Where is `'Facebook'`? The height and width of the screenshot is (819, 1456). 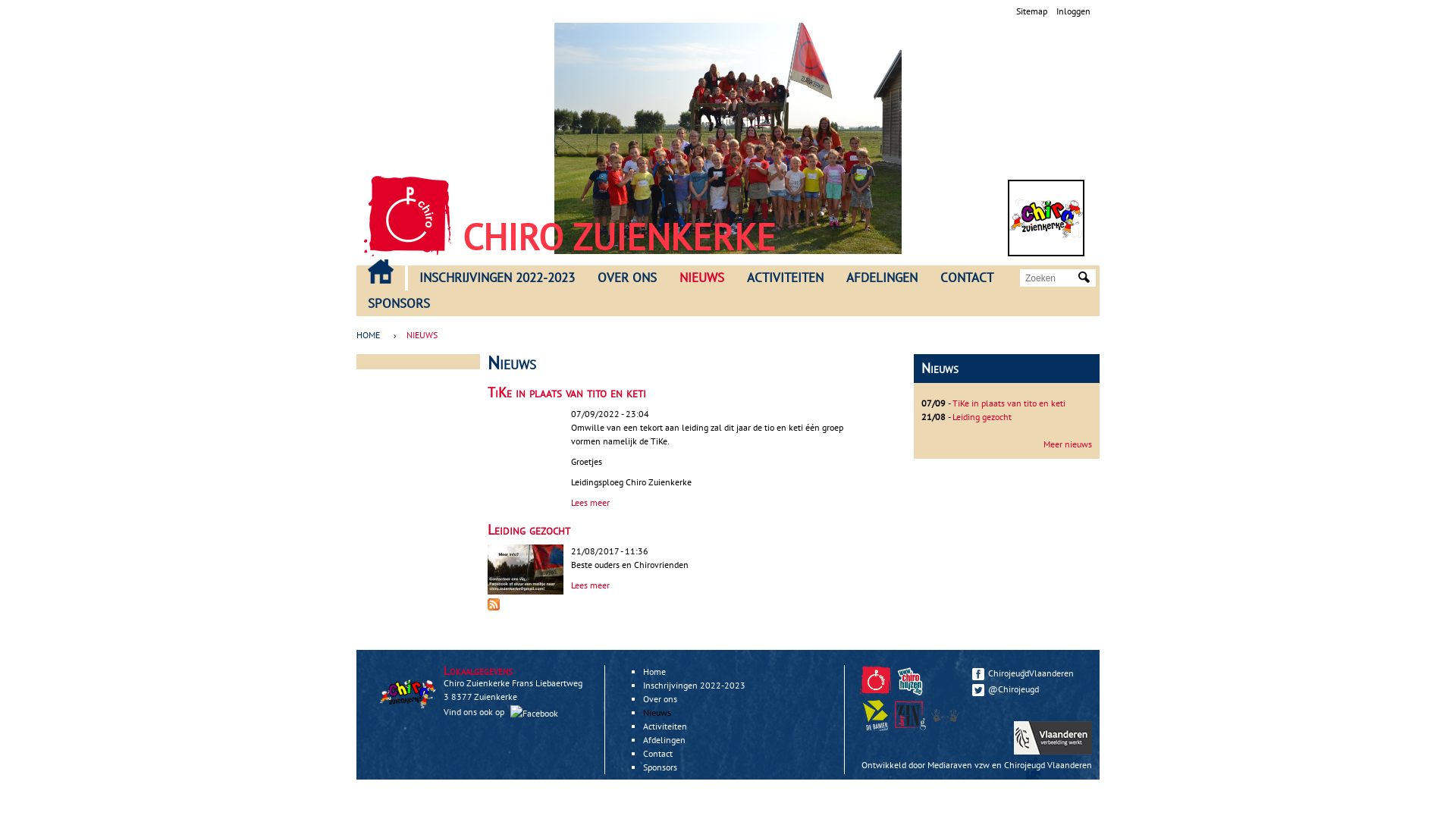
'Facebook' is located at coordinates (510, 713).